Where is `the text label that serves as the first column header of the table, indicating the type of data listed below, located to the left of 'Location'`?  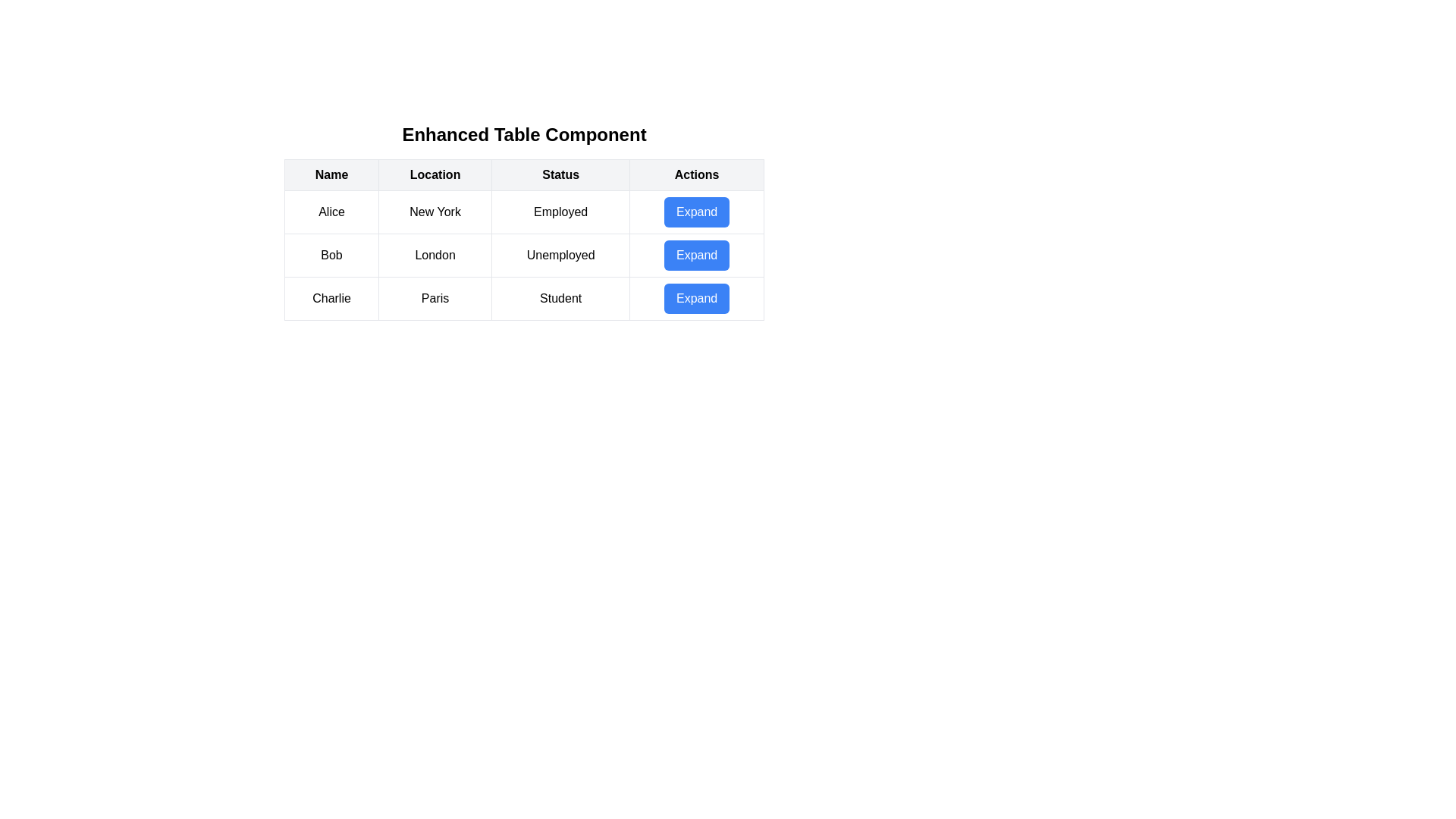
the text label that serves as the first column header of the table, indicating the type of data listed below, located to the left of 'Location' is located at coordinates (331, 174).